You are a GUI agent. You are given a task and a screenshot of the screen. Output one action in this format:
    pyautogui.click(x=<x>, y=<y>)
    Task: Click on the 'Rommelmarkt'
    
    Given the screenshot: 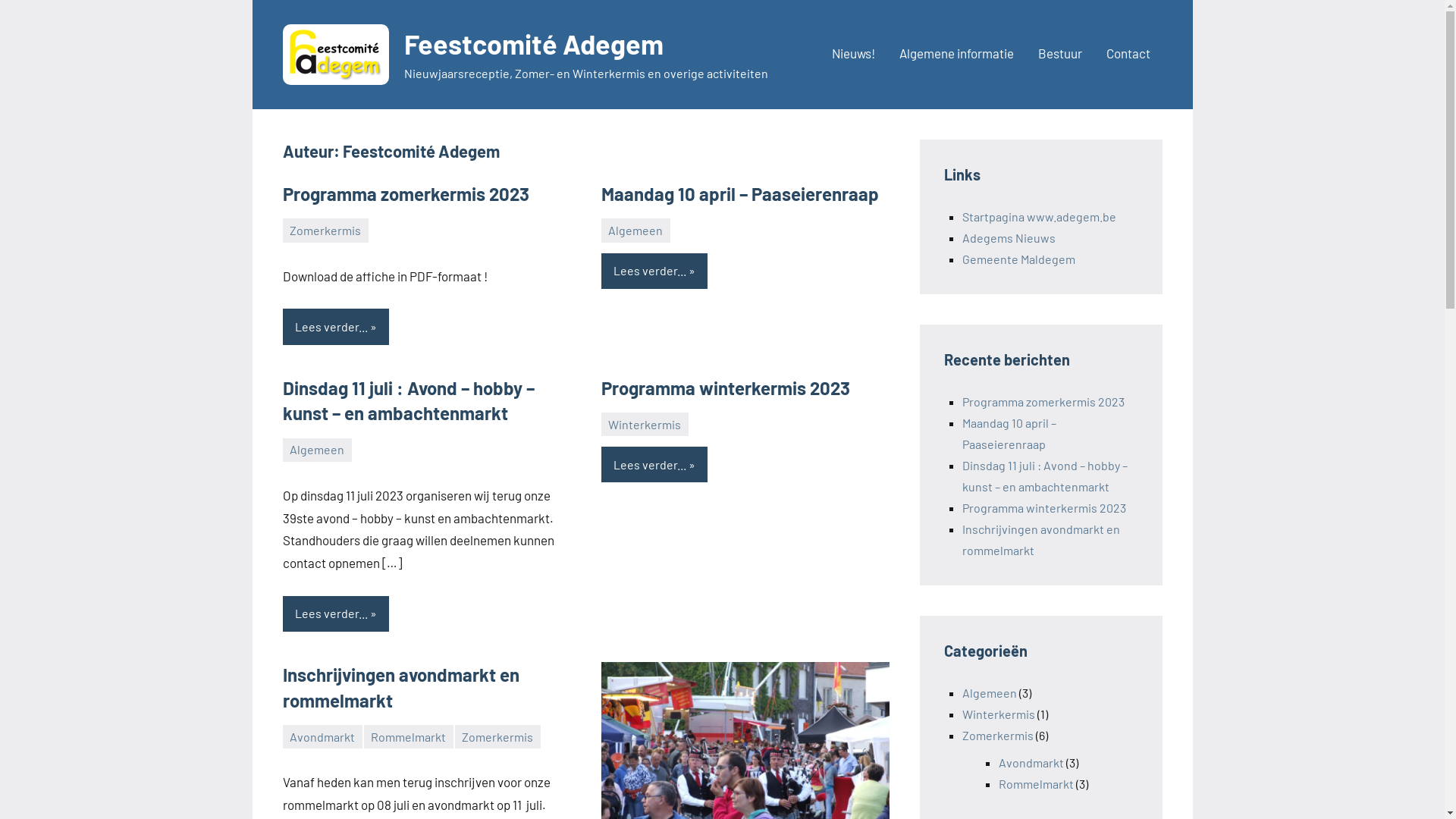 What is the action you would take?
    pyautogui.click(x=1034, y=783)
    